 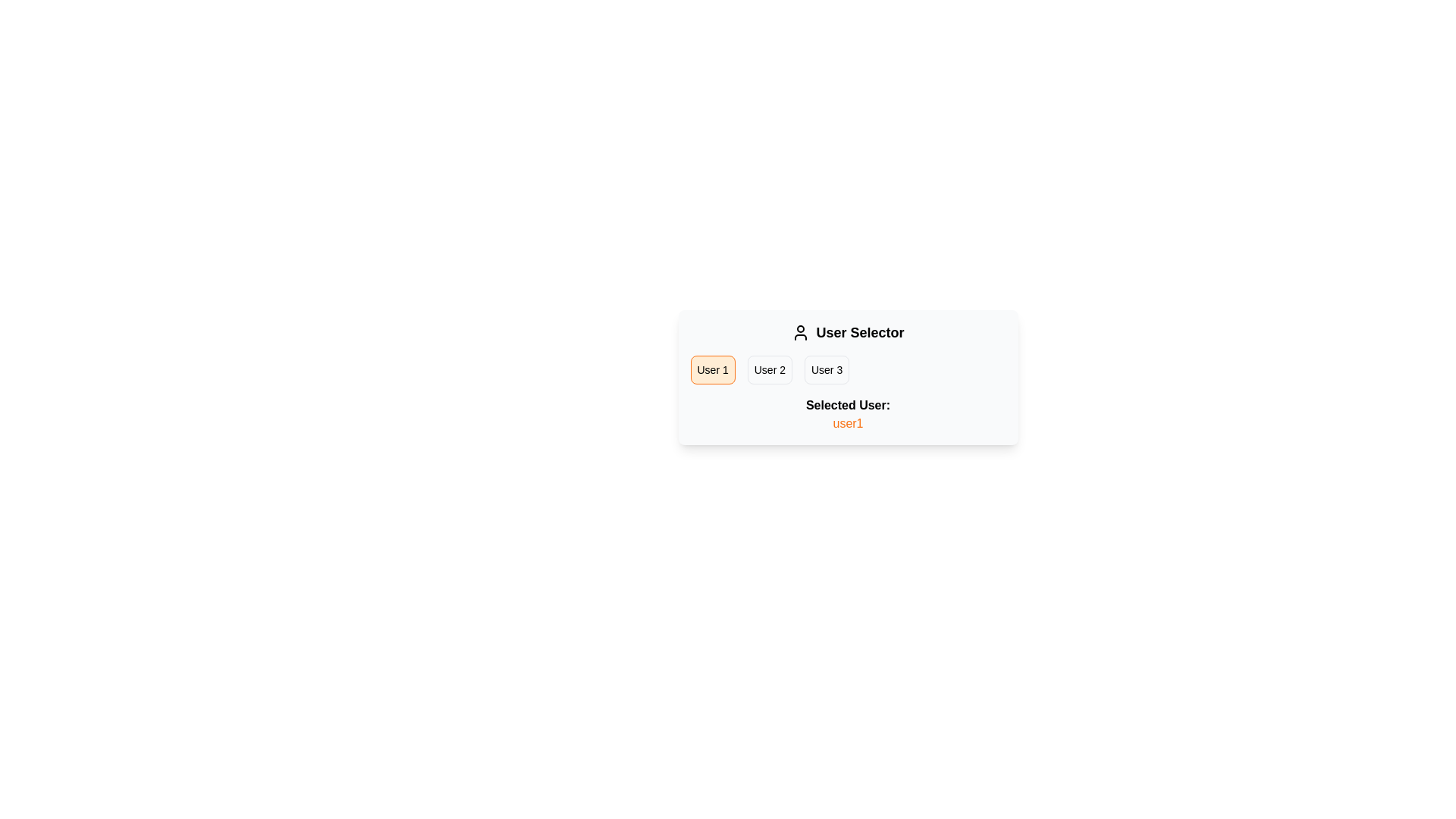 What do you see at coordinates (847, 332) in the screenshot?
I see `the label or heading that indicates the purpose of the section above the selectable user buttons and the 'Selected User:' text` at bounding box center [847, 332].